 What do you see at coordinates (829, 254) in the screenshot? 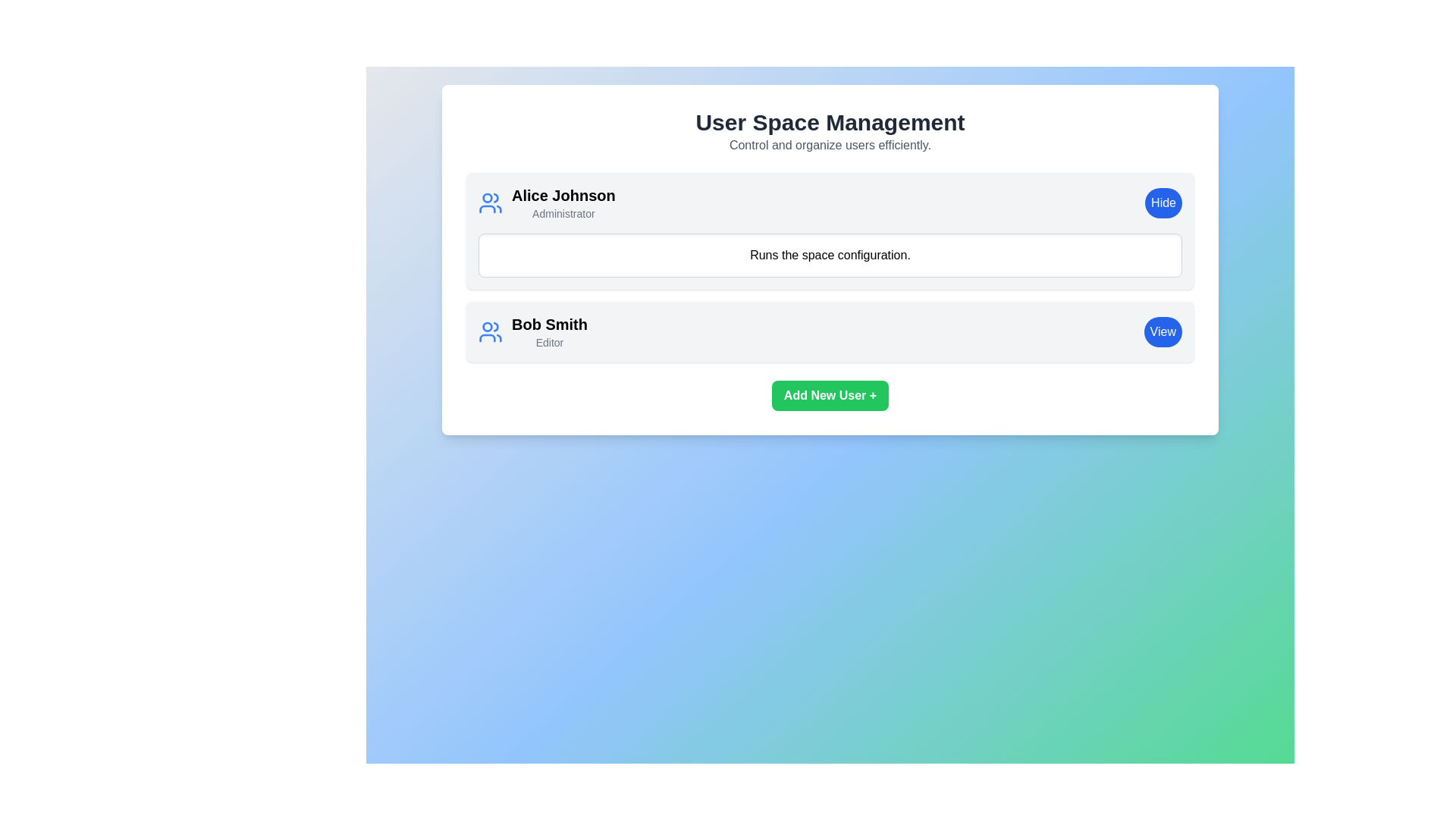
I see `the static text information block that displays 'Runs the space configuration.' located below the user 'Alice Johnson' and her title 'Administrator'` at bounding box center [829, 254].